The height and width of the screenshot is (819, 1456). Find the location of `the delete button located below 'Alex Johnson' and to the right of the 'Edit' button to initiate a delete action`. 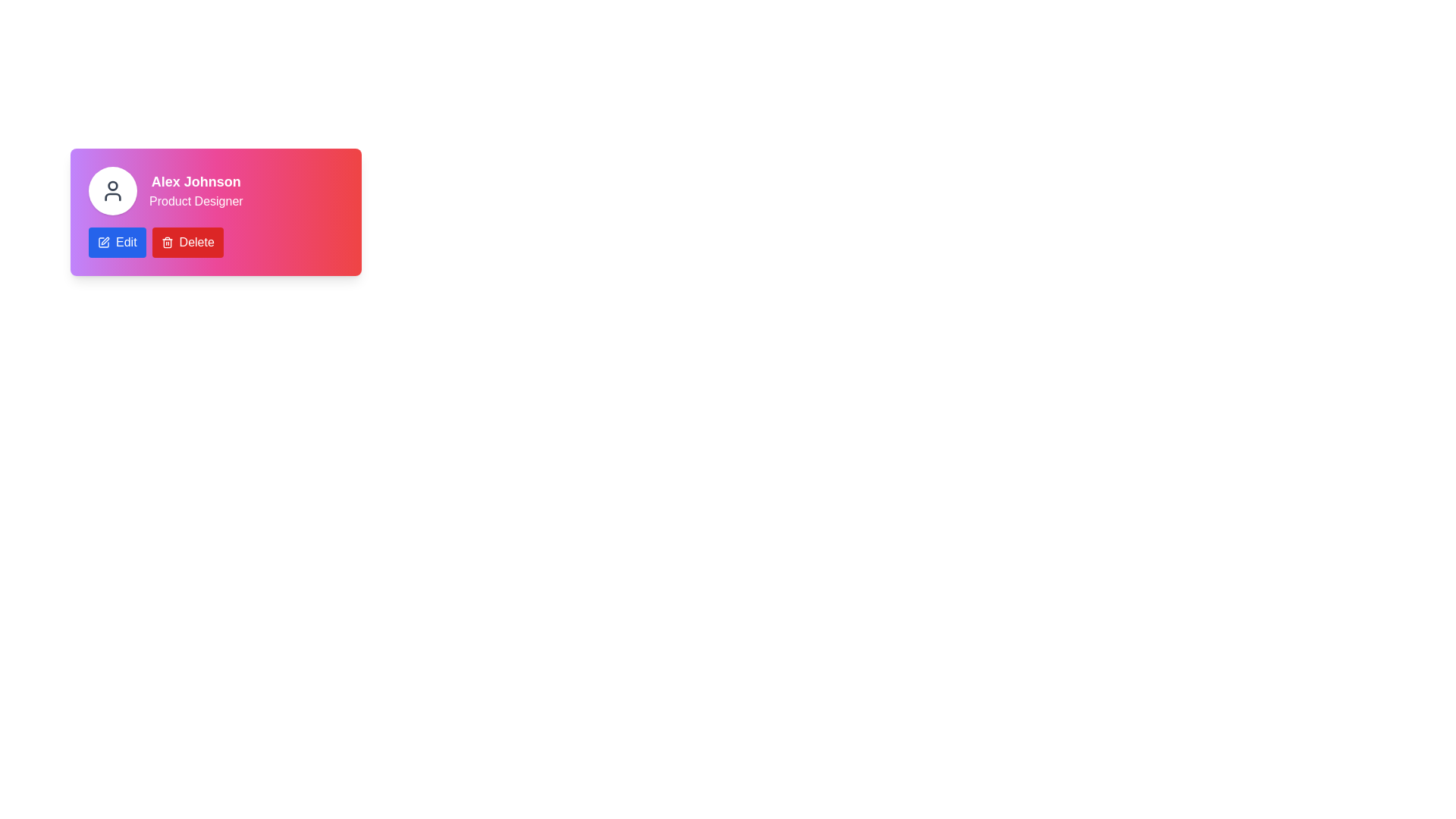

the delete button located below 'Alex Johnson' and to the right of the 'Edit' button to initiate a delete action is located at coordinates (187, 242).